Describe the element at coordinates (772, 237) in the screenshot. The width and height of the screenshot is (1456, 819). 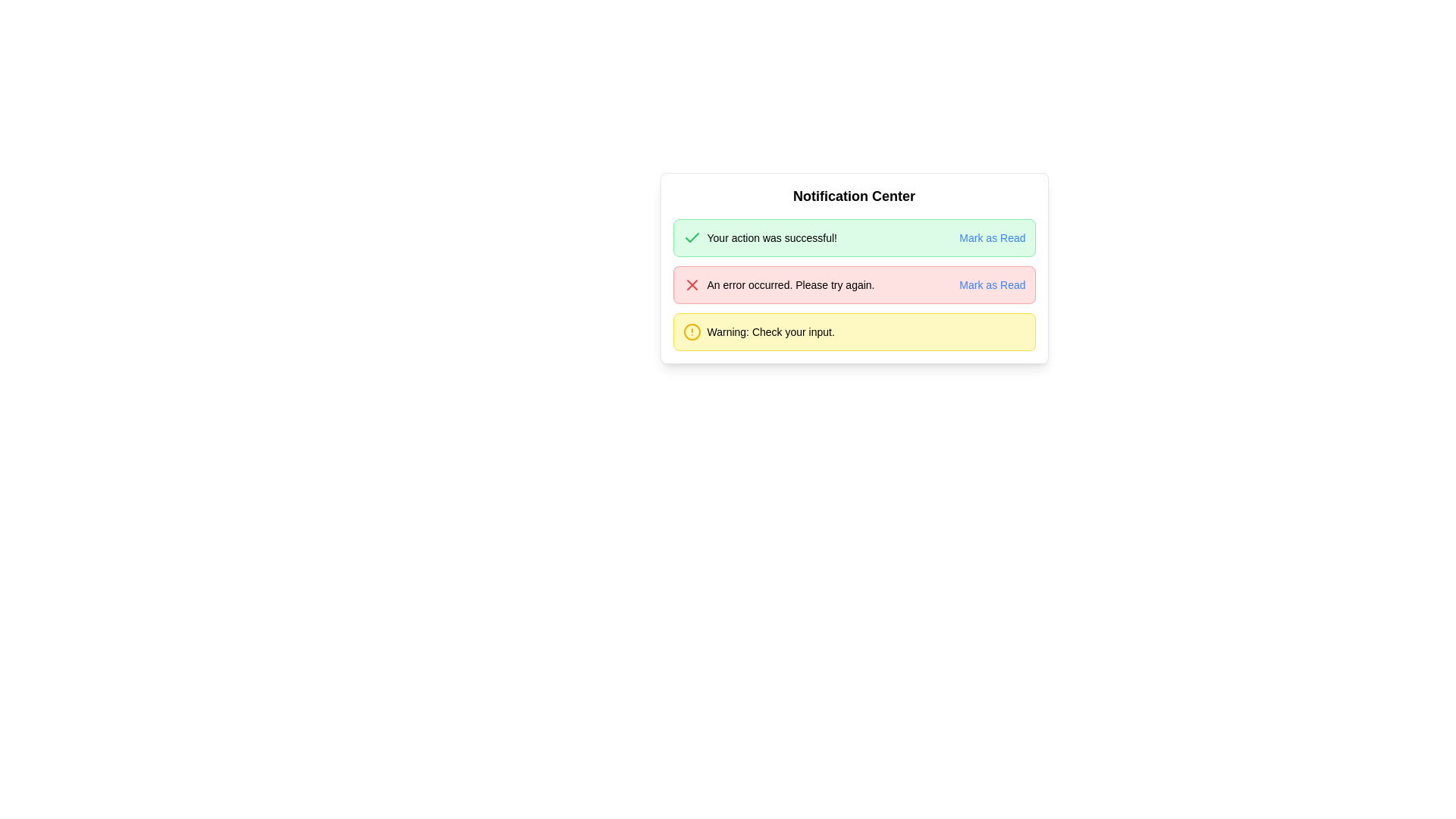
I see `the static text label indicating a successful action notification, which is located to the right of an SVG check icon in the notification center` at that location.